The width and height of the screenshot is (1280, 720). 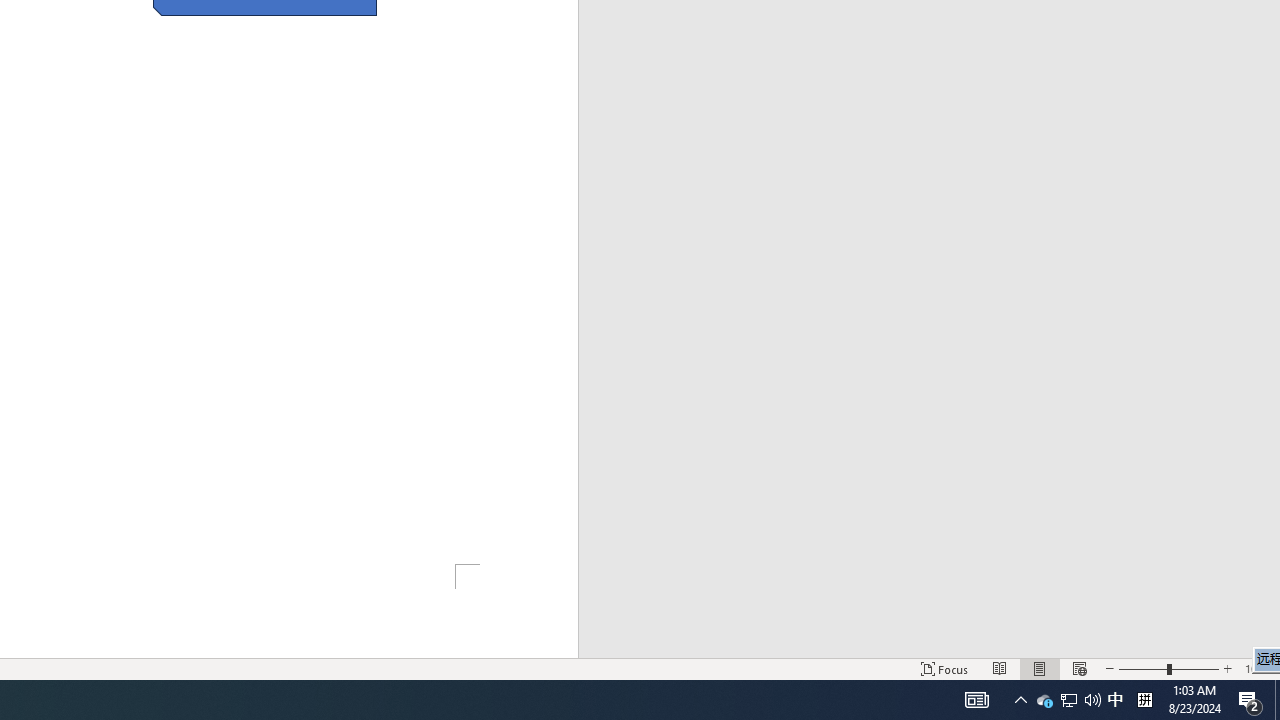 I want to click on 'Zoom', so click(x=1168, y=669).